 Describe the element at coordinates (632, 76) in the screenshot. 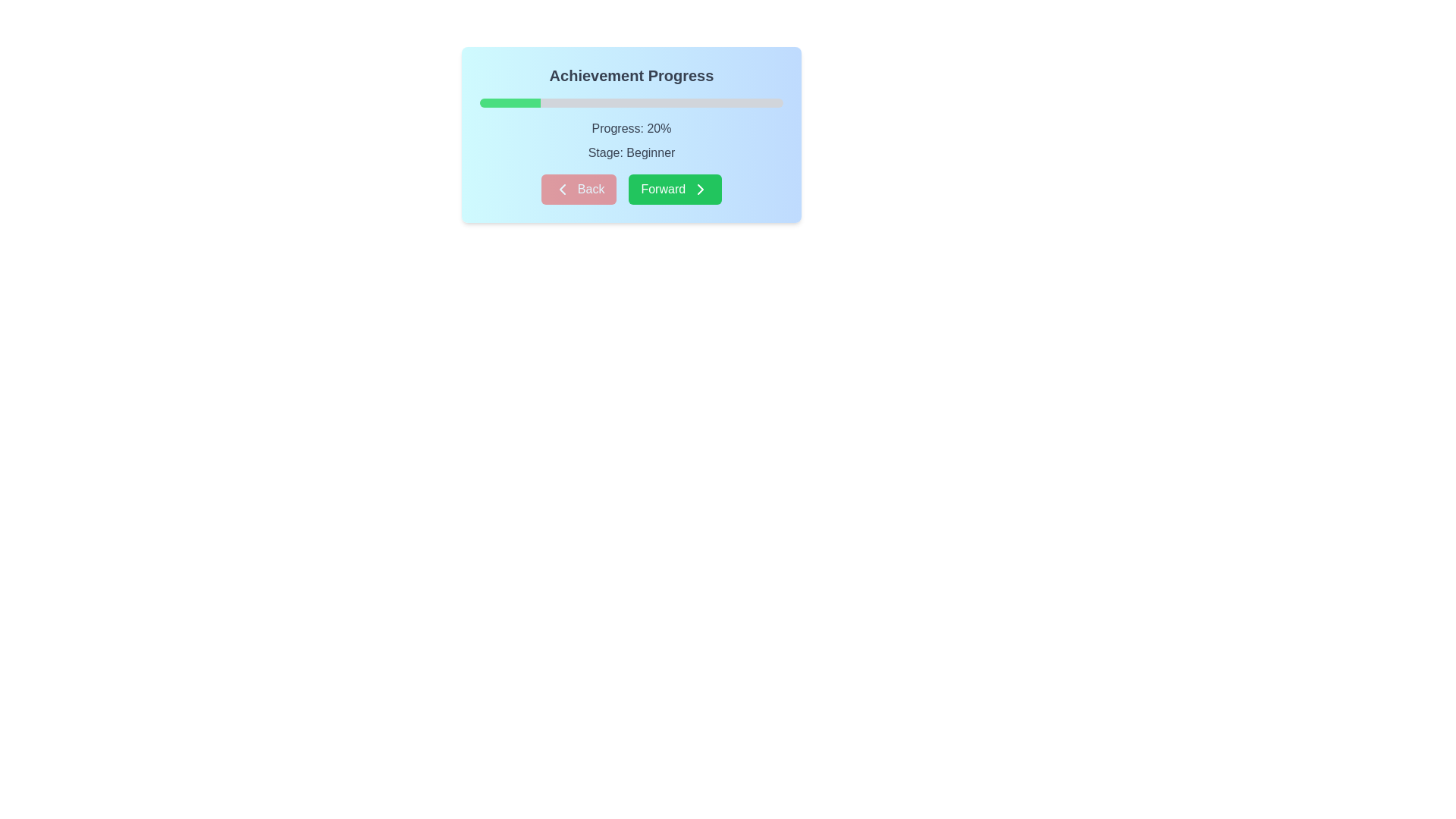

I see `the 'Achievement Progress' label, which is a bold, gray text label centered at the top of a blue gradient card, positioned above the progress bar and navigation buttons` at that location.